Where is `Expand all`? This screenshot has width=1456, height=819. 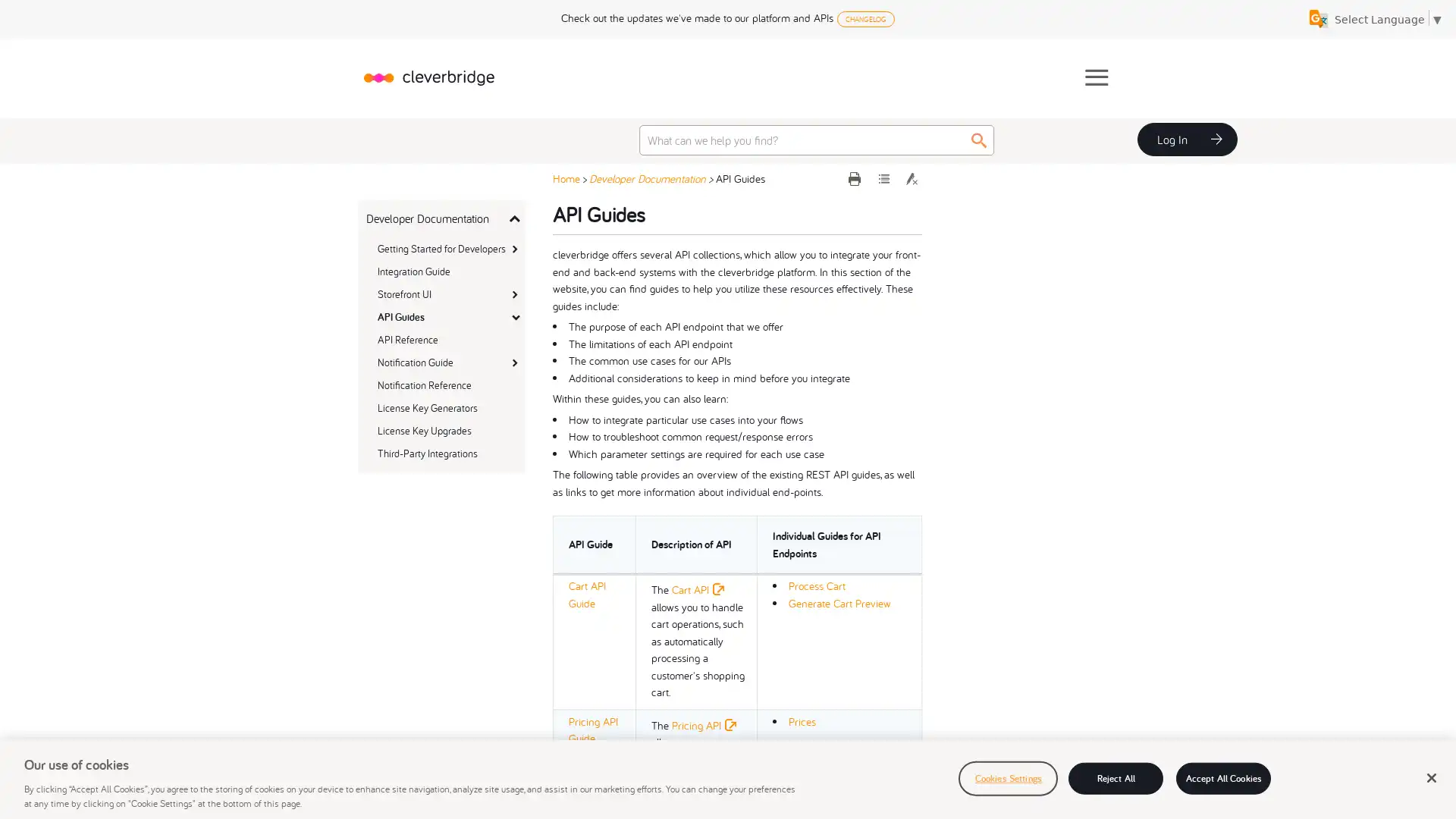
Expand all is located at coordinates (884, 177).